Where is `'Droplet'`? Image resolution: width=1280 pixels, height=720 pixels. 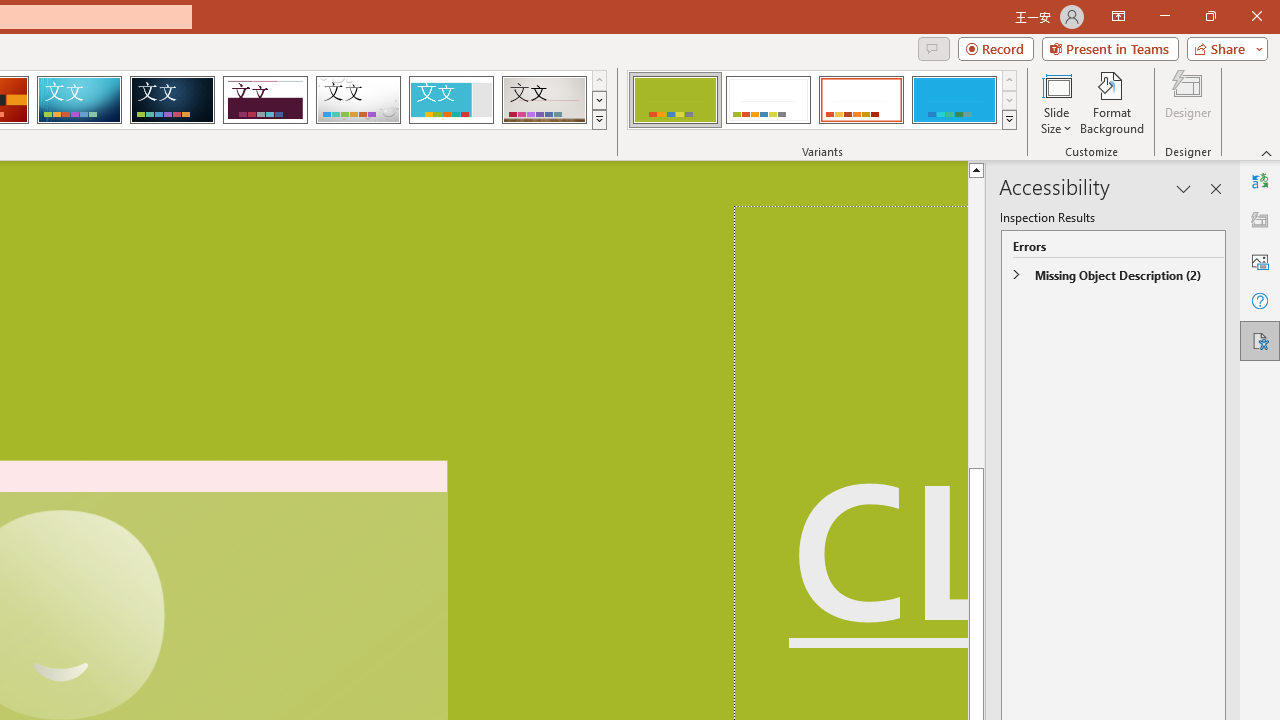
'Droplet' is located at coordinates (358, 100).